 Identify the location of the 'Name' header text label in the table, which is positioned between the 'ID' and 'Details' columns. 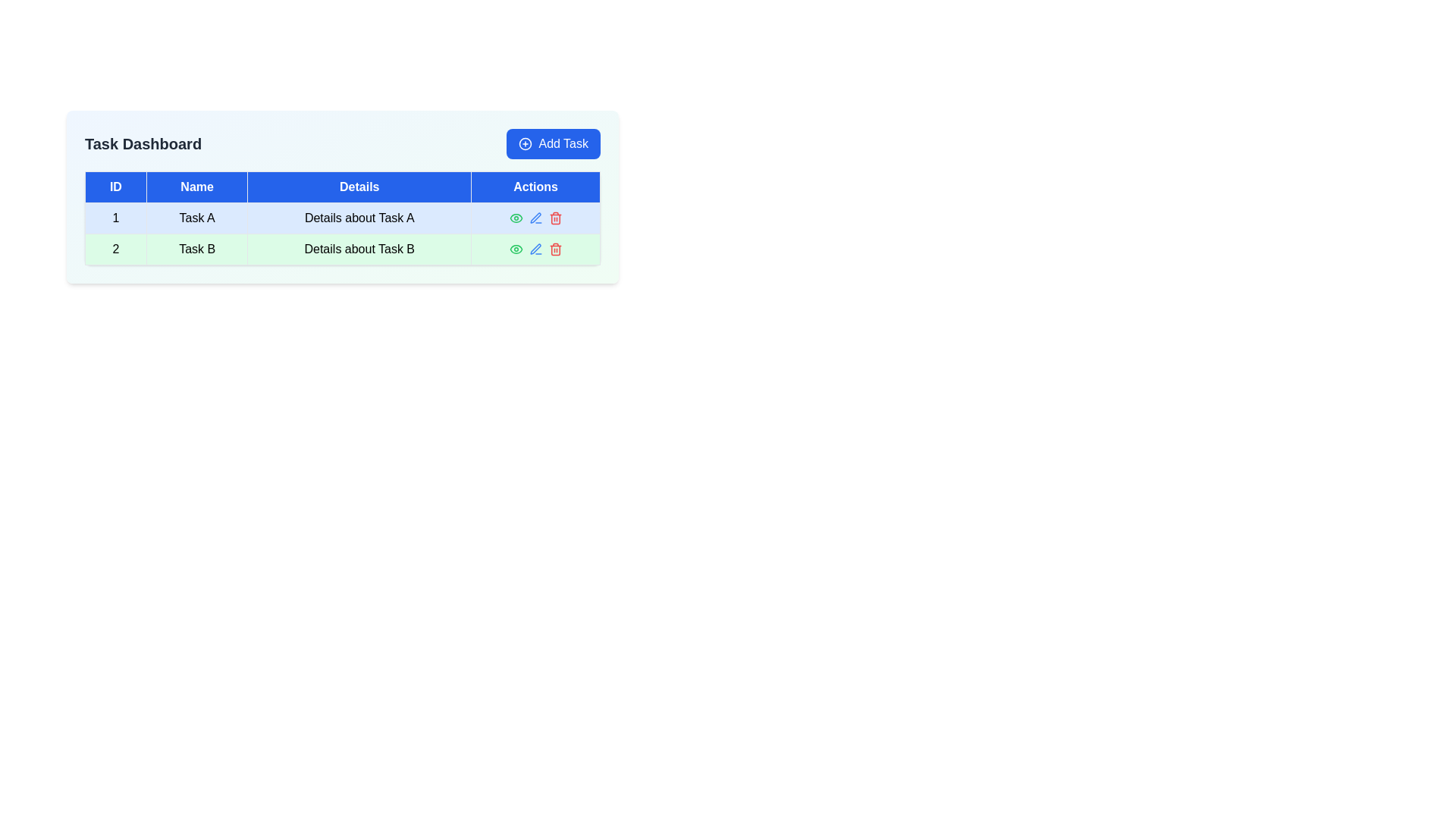
(196, 186).